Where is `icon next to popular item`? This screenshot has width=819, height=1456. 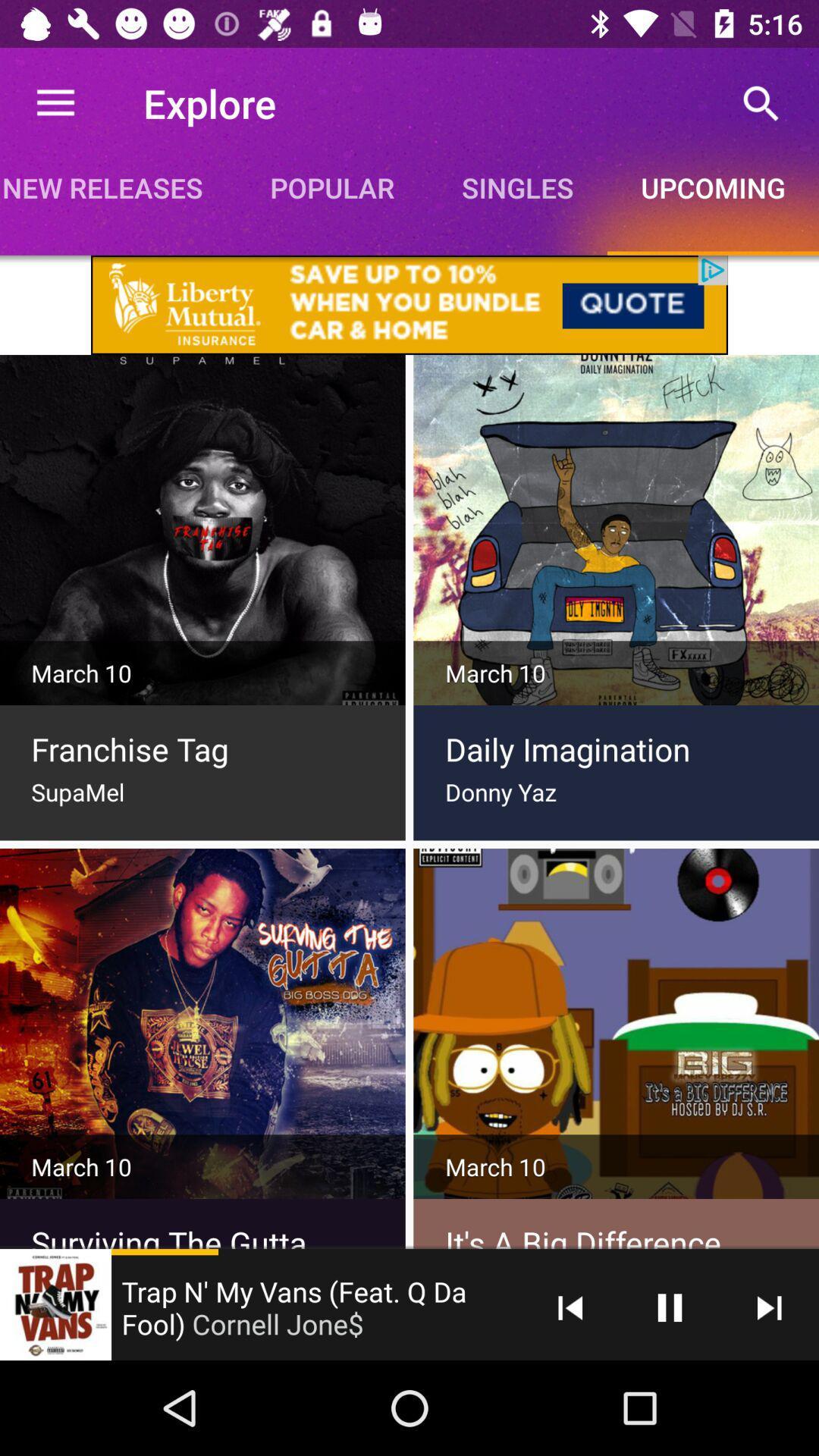
icon next to popular item is located at coordinates (516, 187).